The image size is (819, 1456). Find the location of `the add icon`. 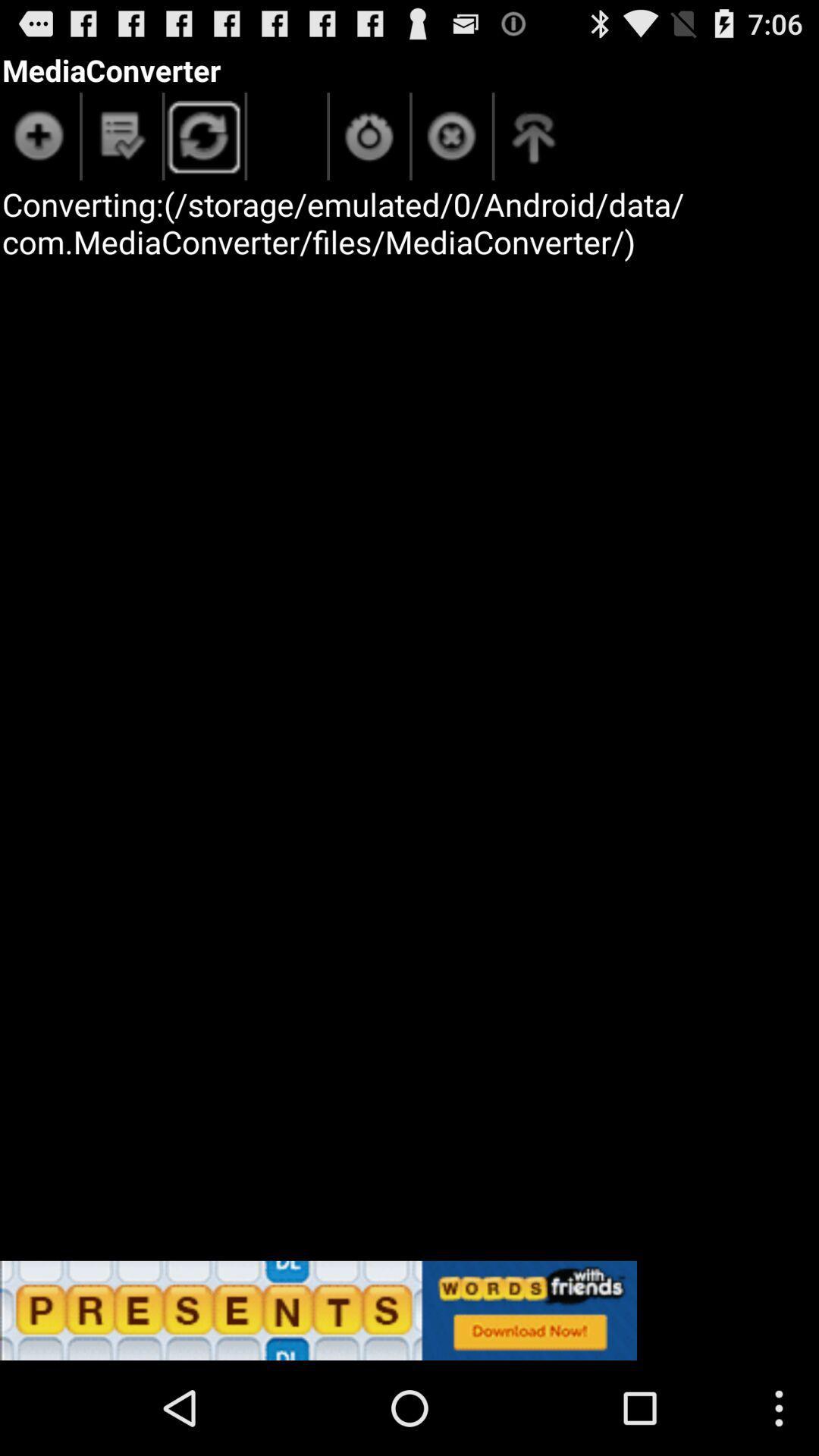

the add icon is located at coordinates (39, 150).